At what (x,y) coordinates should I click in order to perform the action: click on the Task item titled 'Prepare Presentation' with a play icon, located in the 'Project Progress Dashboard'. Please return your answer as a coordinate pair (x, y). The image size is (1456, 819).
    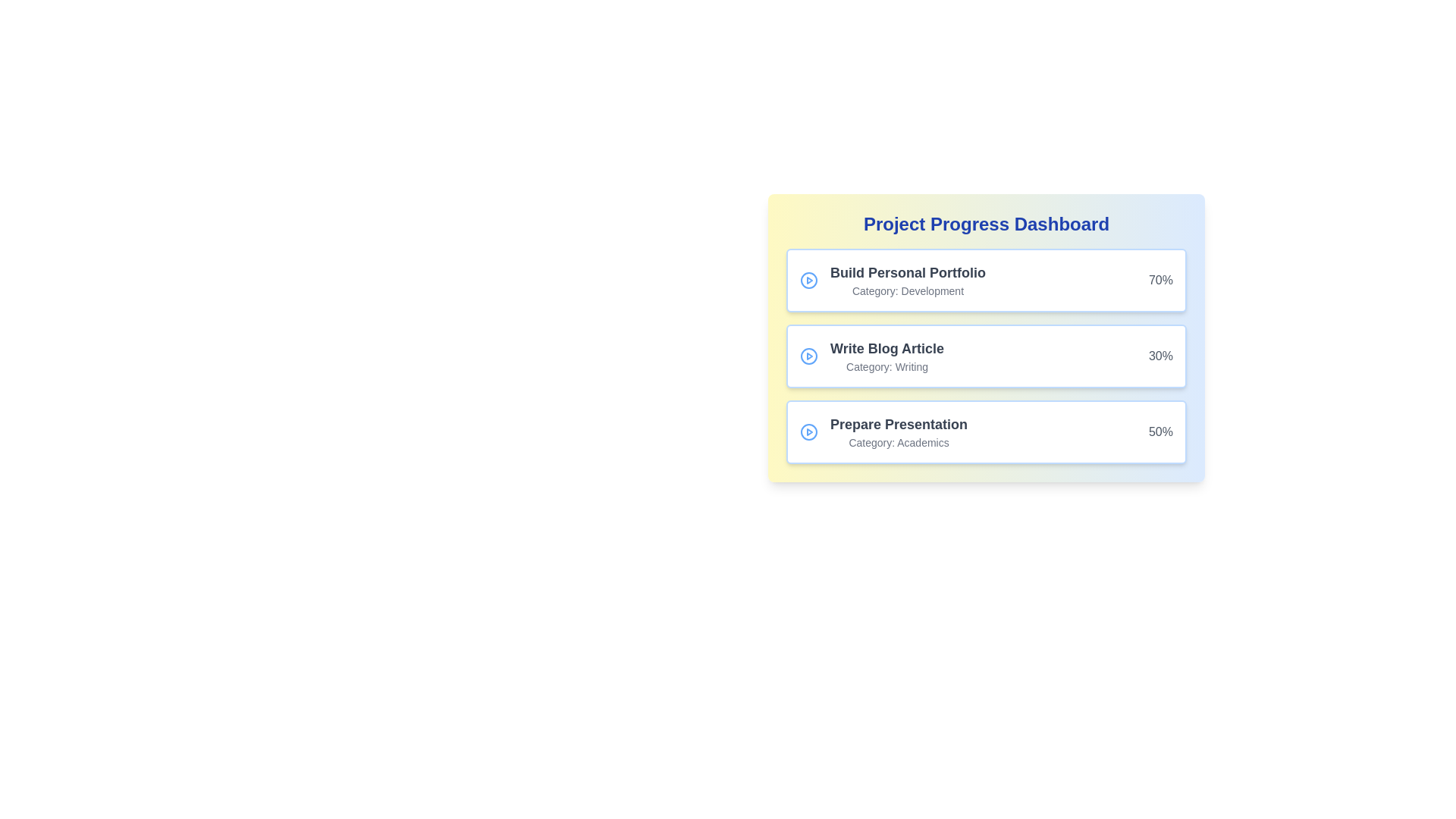
    Looking at the image, I should click on (883, 432).